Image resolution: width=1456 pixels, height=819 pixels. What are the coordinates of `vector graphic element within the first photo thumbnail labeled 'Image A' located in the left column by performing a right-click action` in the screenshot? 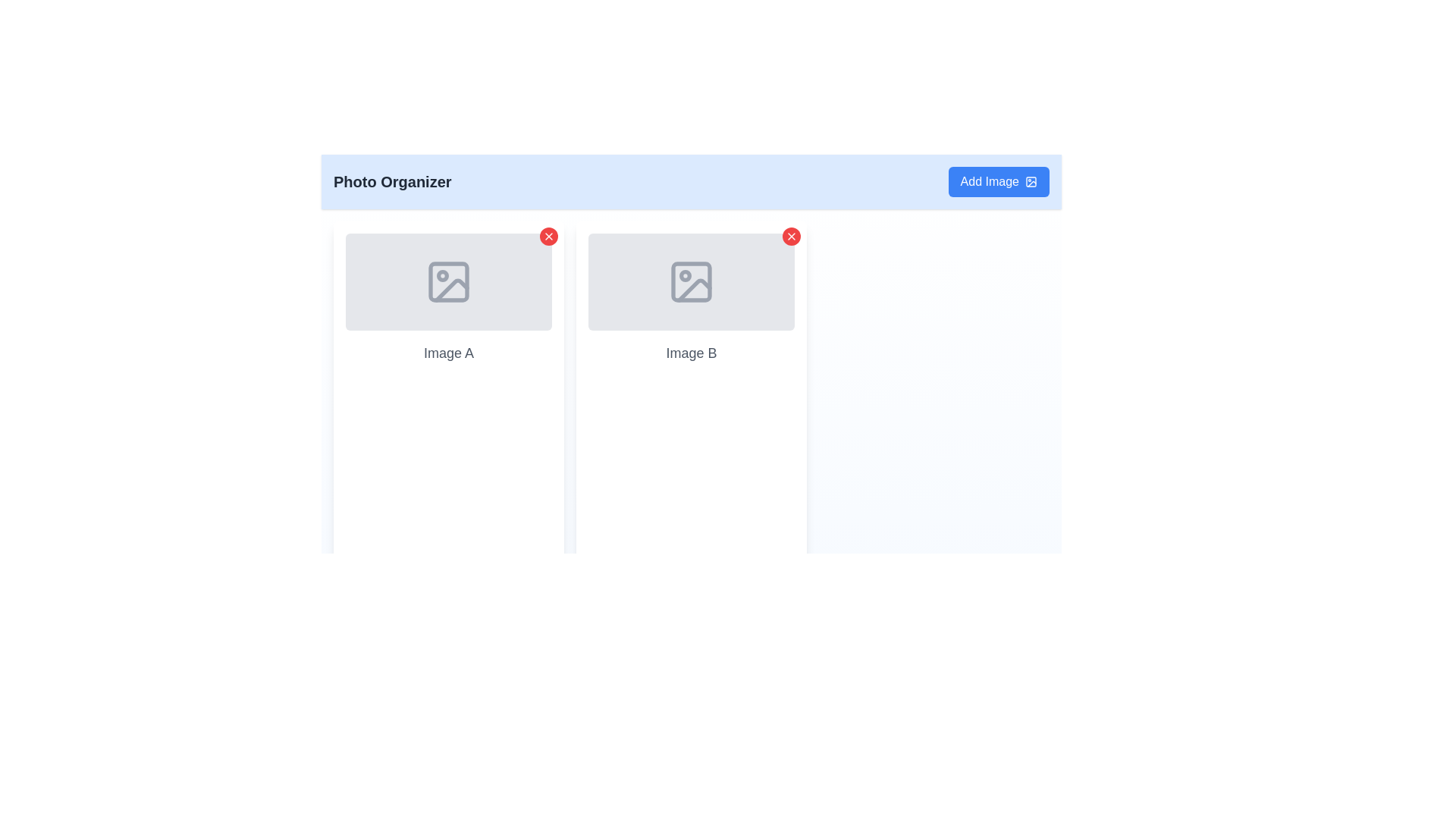 It's located at (447, 281).